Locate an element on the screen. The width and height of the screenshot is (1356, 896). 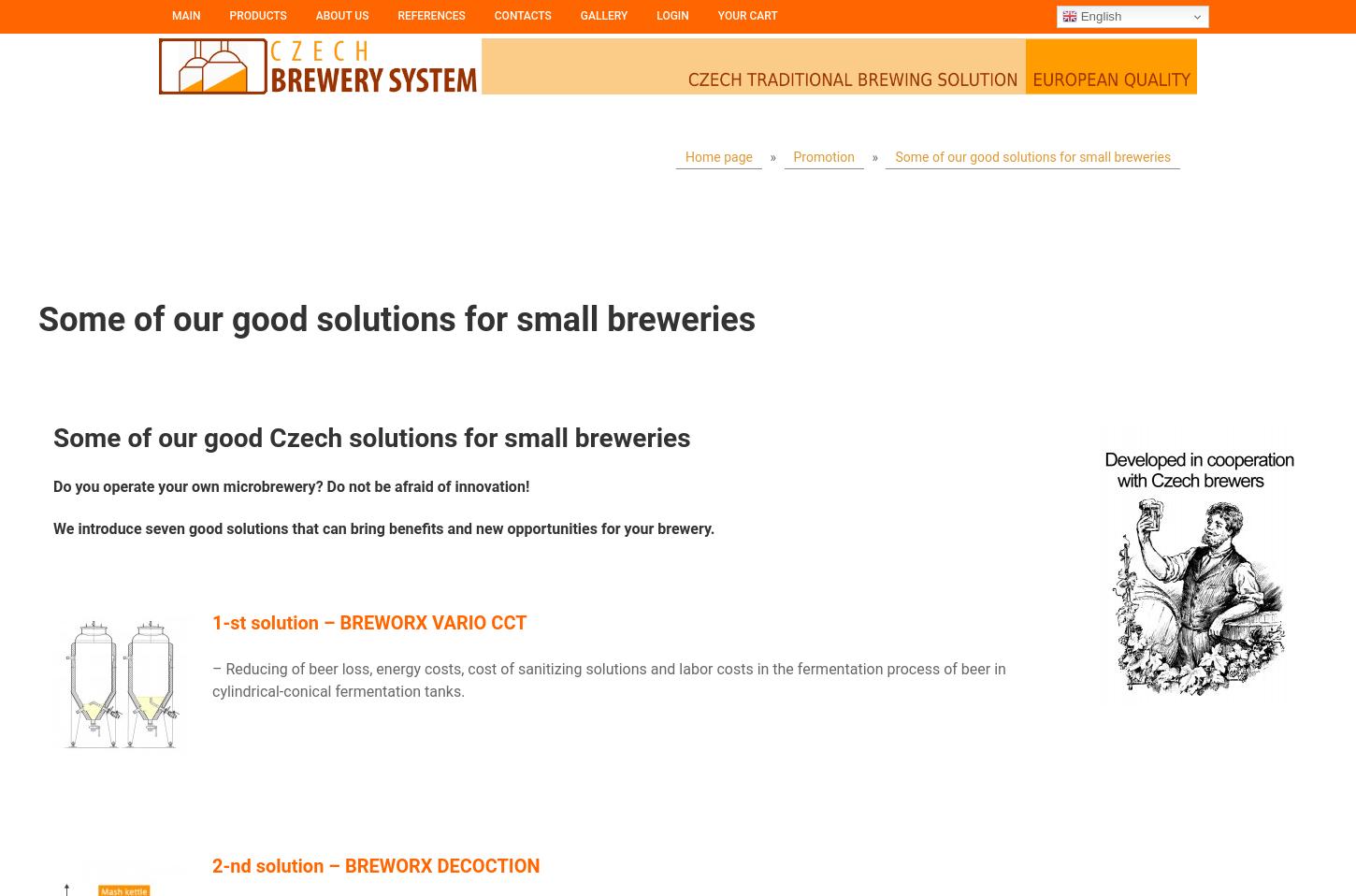
'We introduce seven good solutions that can bring benefits and new opportunities for your brewery.' is located at coordinates (382, 527).